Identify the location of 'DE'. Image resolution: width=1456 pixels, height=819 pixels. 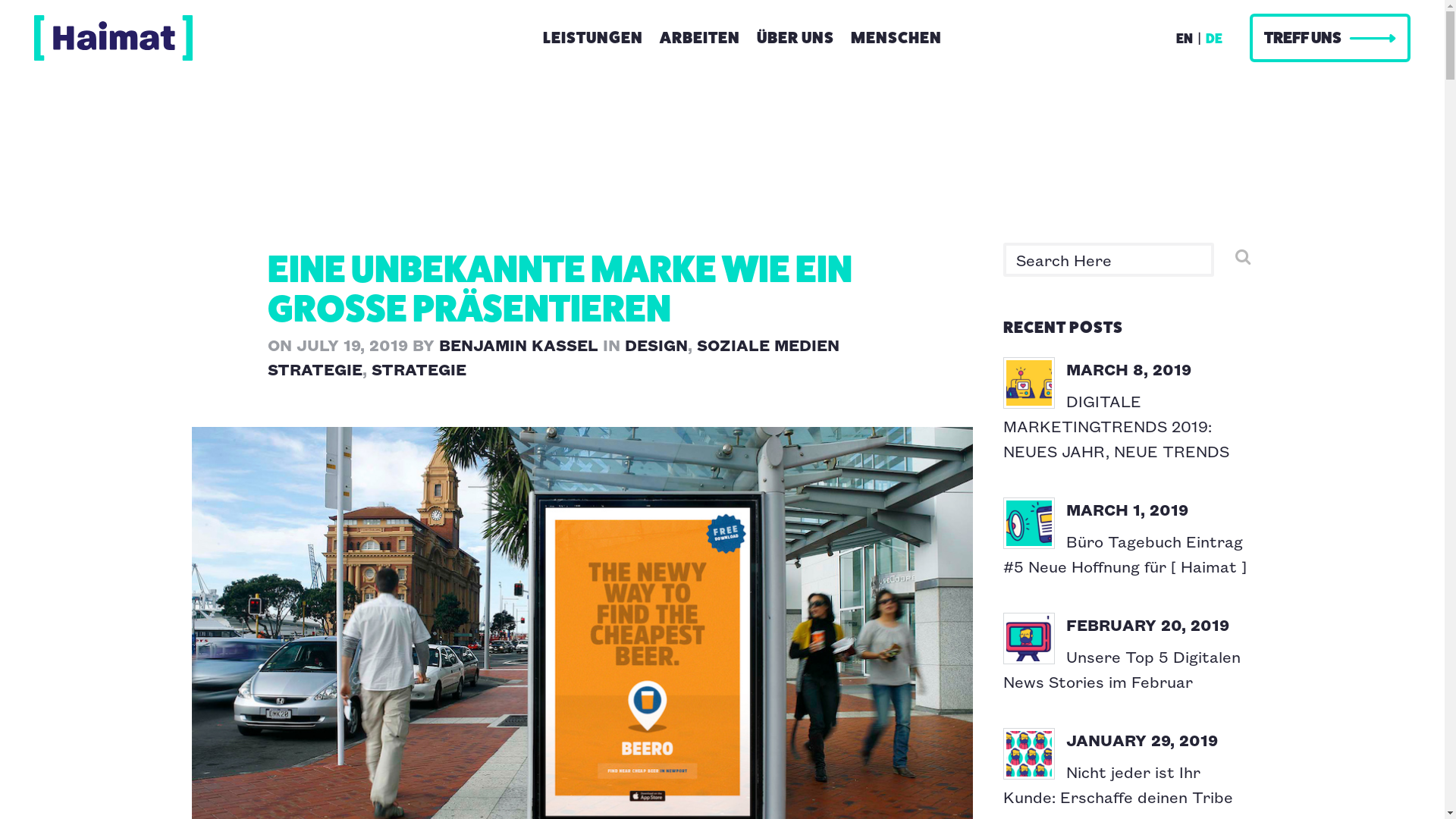
(1214, 37).